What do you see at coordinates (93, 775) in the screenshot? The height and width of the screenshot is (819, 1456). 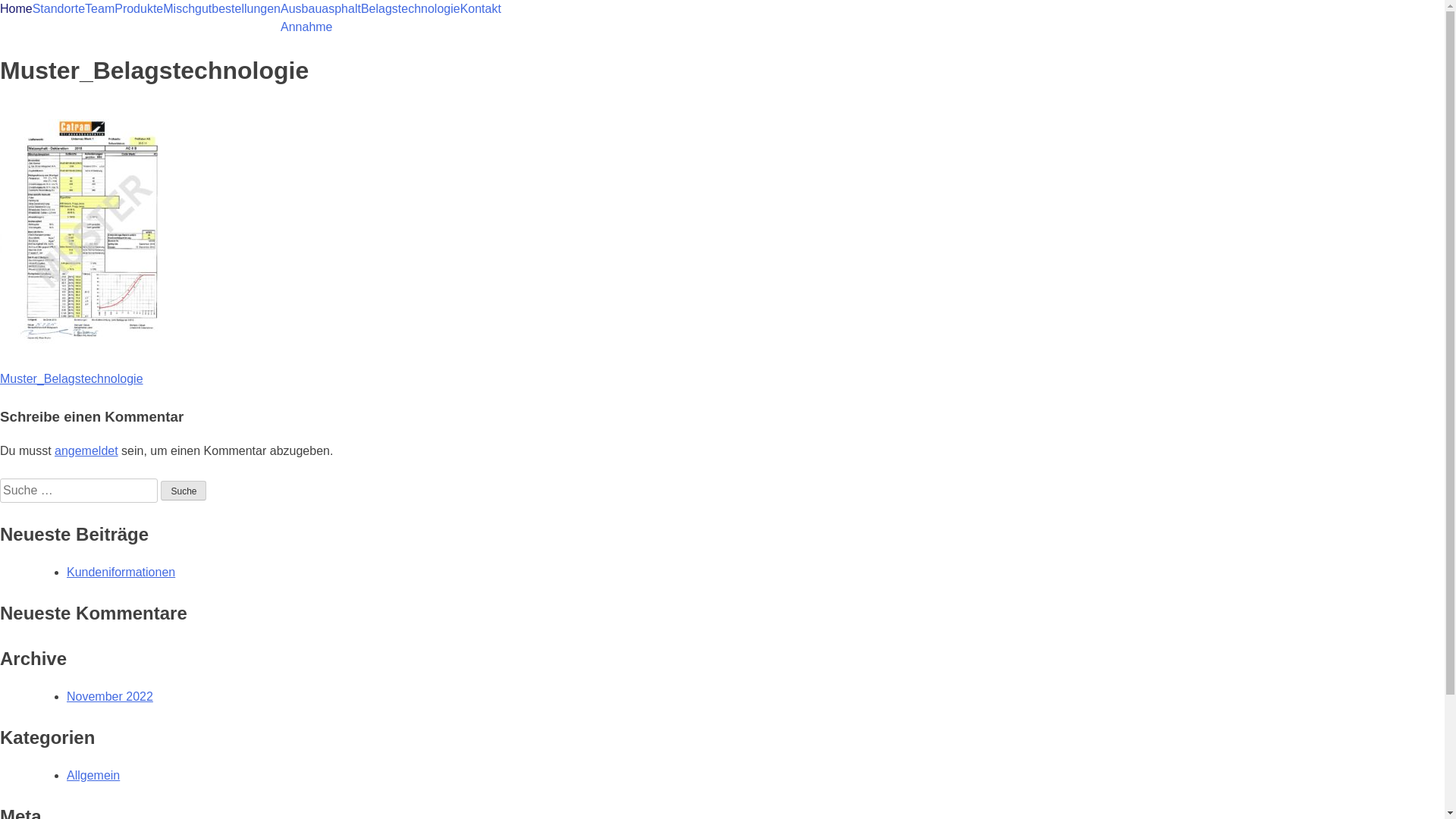 I see `'Allgemein'` at bounding box center [93, 775].